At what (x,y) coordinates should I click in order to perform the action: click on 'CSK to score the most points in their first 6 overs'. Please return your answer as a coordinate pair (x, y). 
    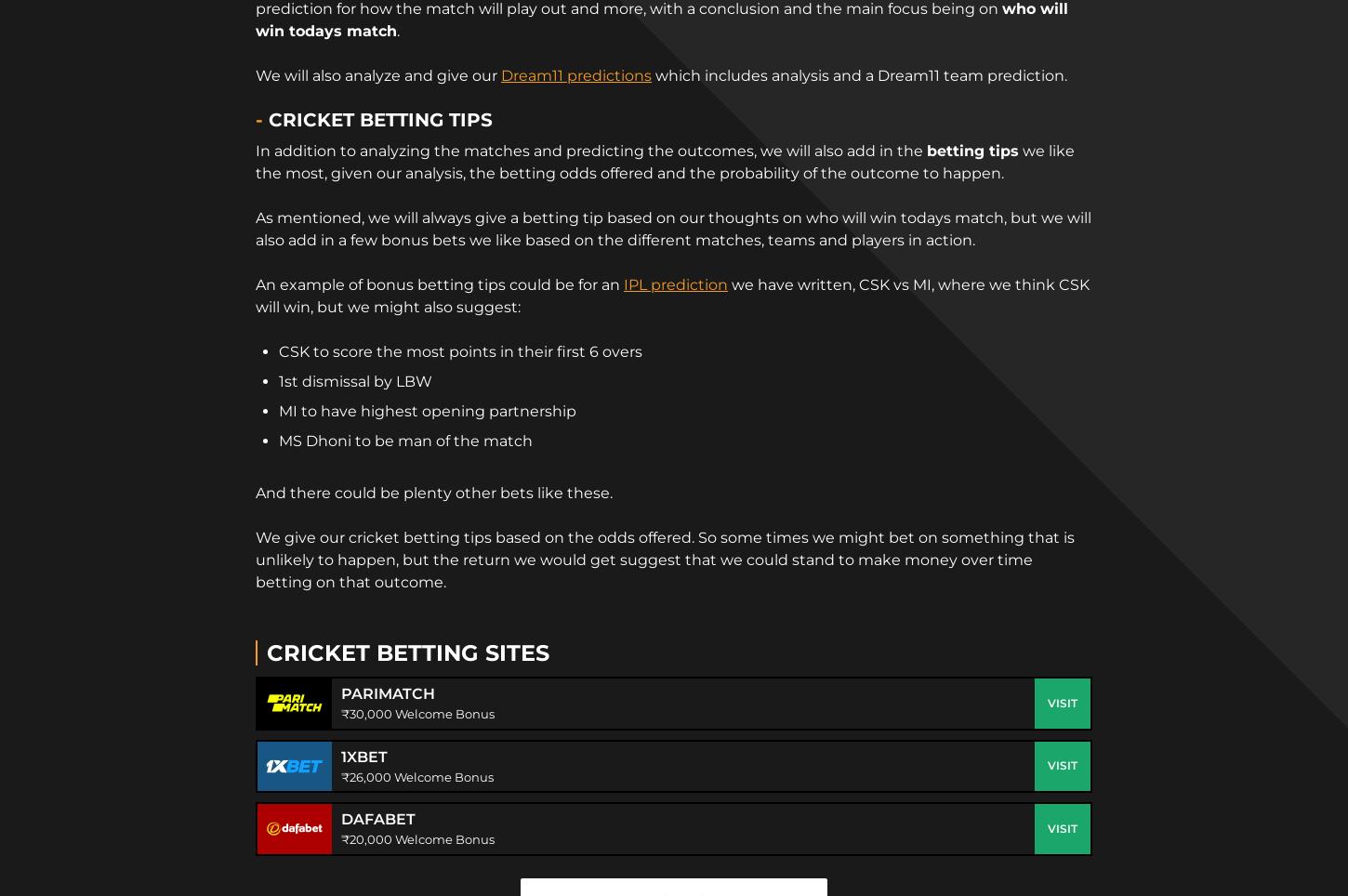
    Looking at the image, I should click on (279, 350).